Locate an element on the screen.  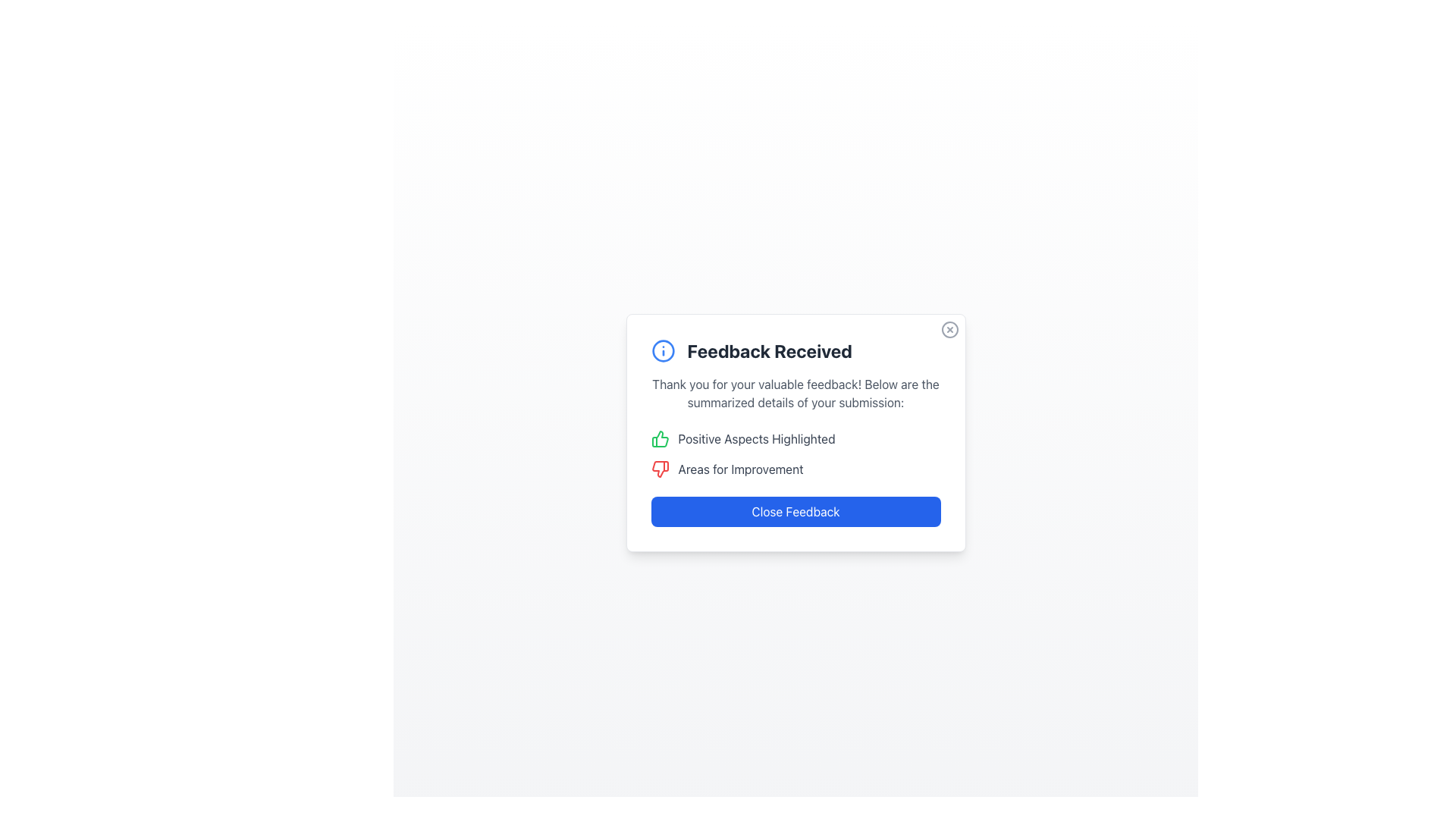
the close button located at the bottom of the feedback dialog is located at coordinates (795, 512).